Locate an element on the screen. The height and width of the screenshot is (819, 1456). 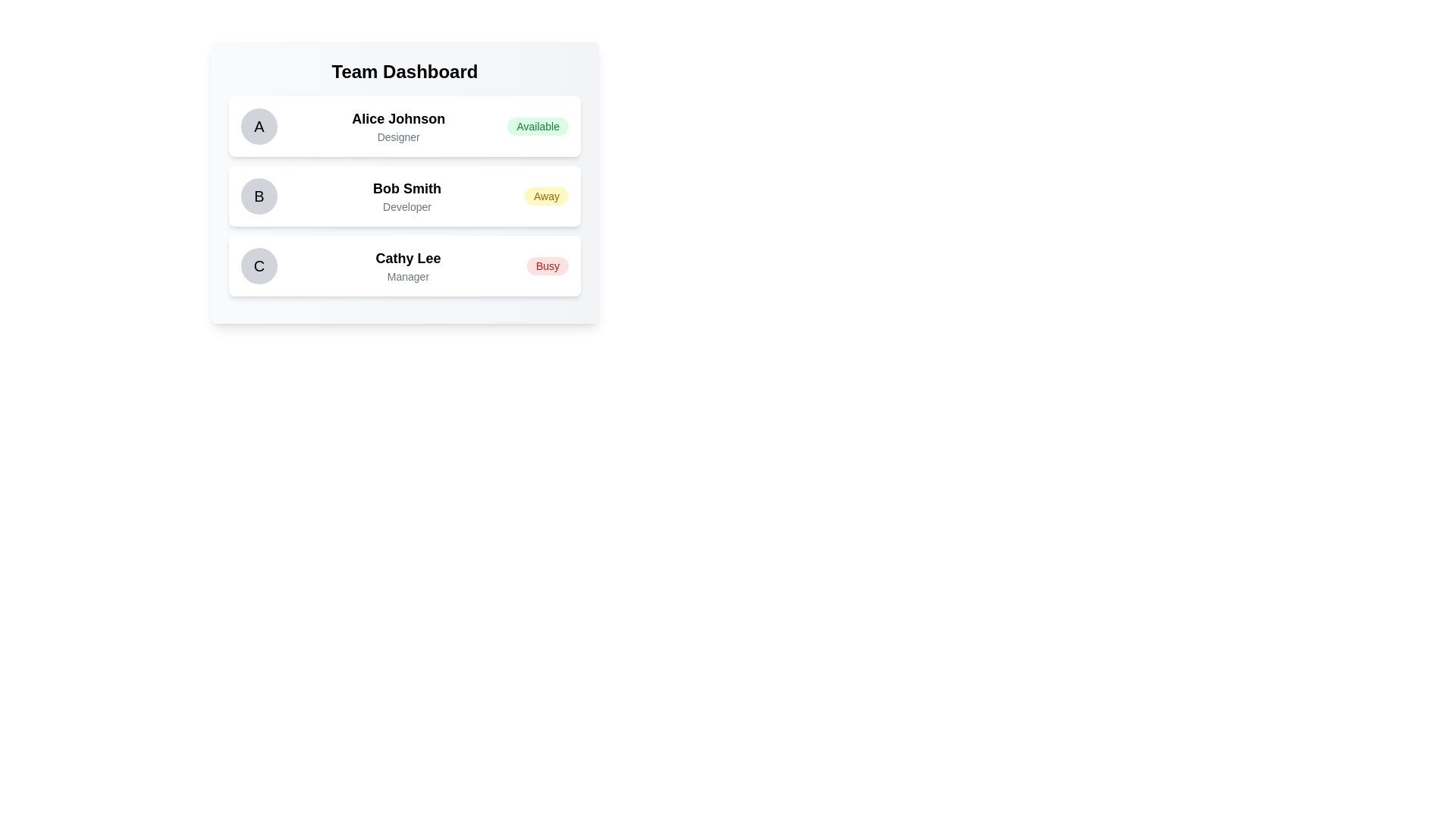
the bold text element displaying the name 'Cathy Lee', which is centrally located under the circular icon marked 'C' and above the designation 'Manager' is located at coordinates (408, 257).